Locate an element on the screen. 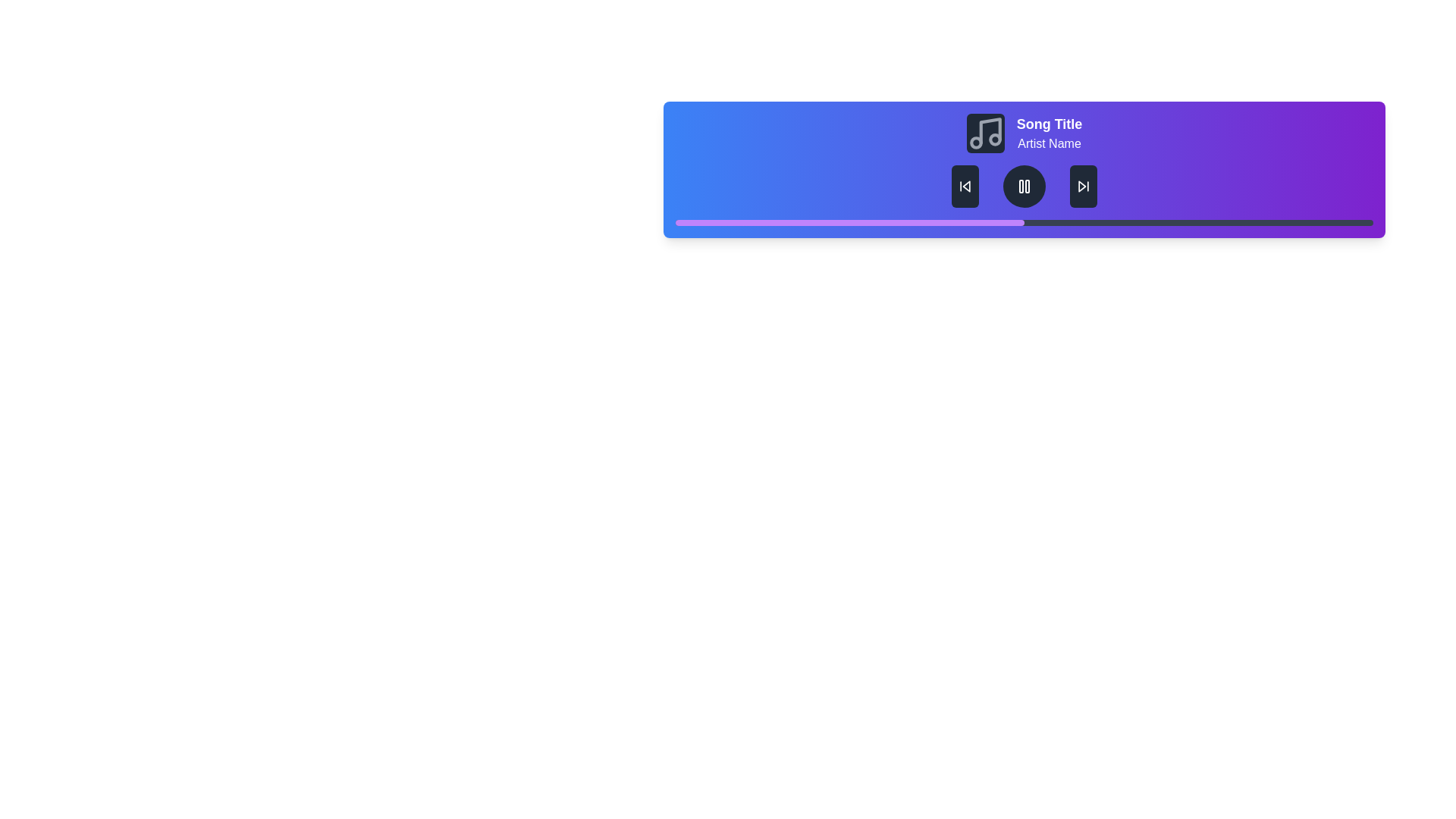  the circular graphic element that serves as a visual decoration within the music note icon located in the music control panel is located at coordinates (976, 143).